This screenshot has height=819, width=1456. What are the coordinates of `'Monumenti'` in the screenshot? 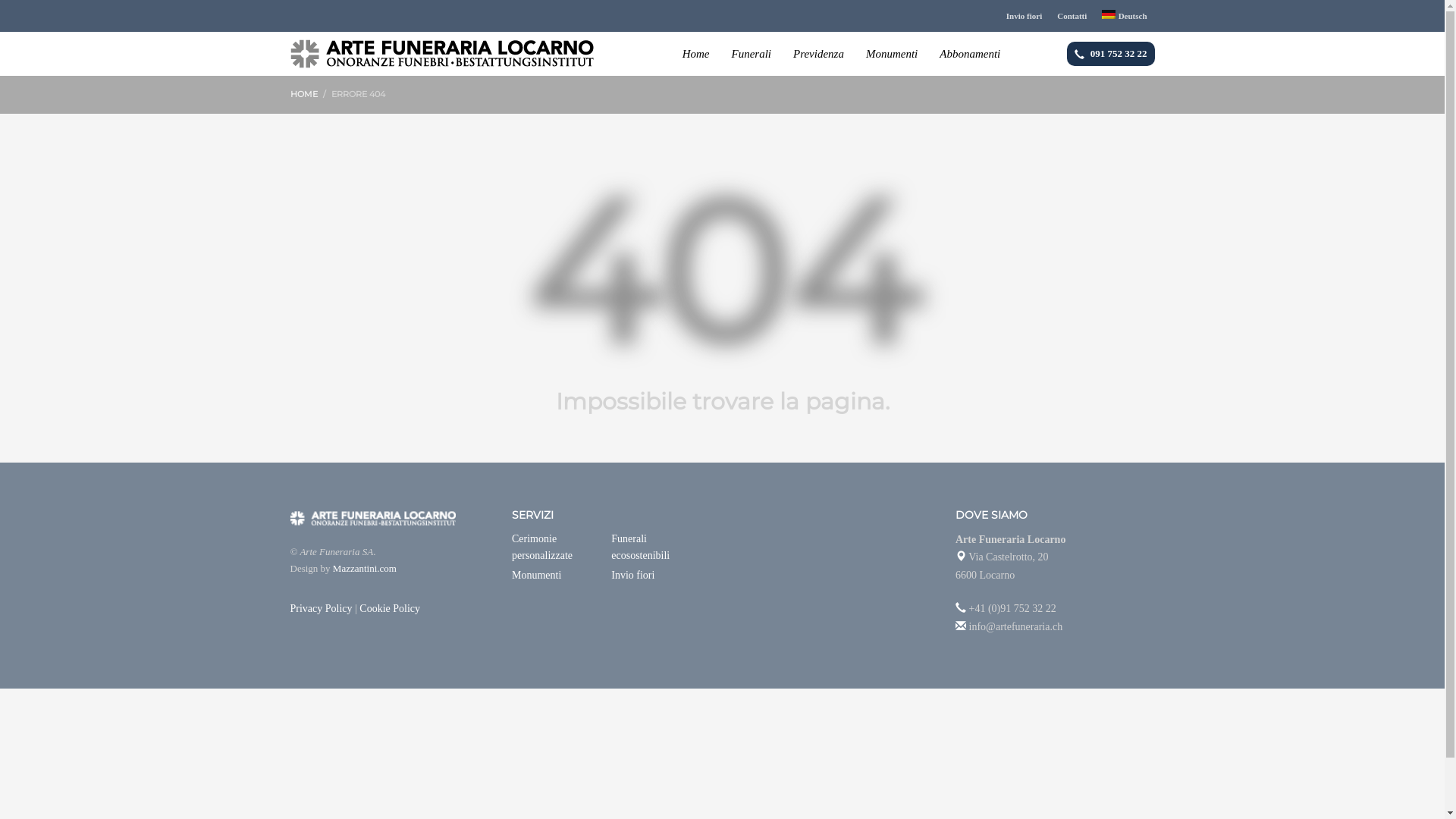 It's located at (560, 576).